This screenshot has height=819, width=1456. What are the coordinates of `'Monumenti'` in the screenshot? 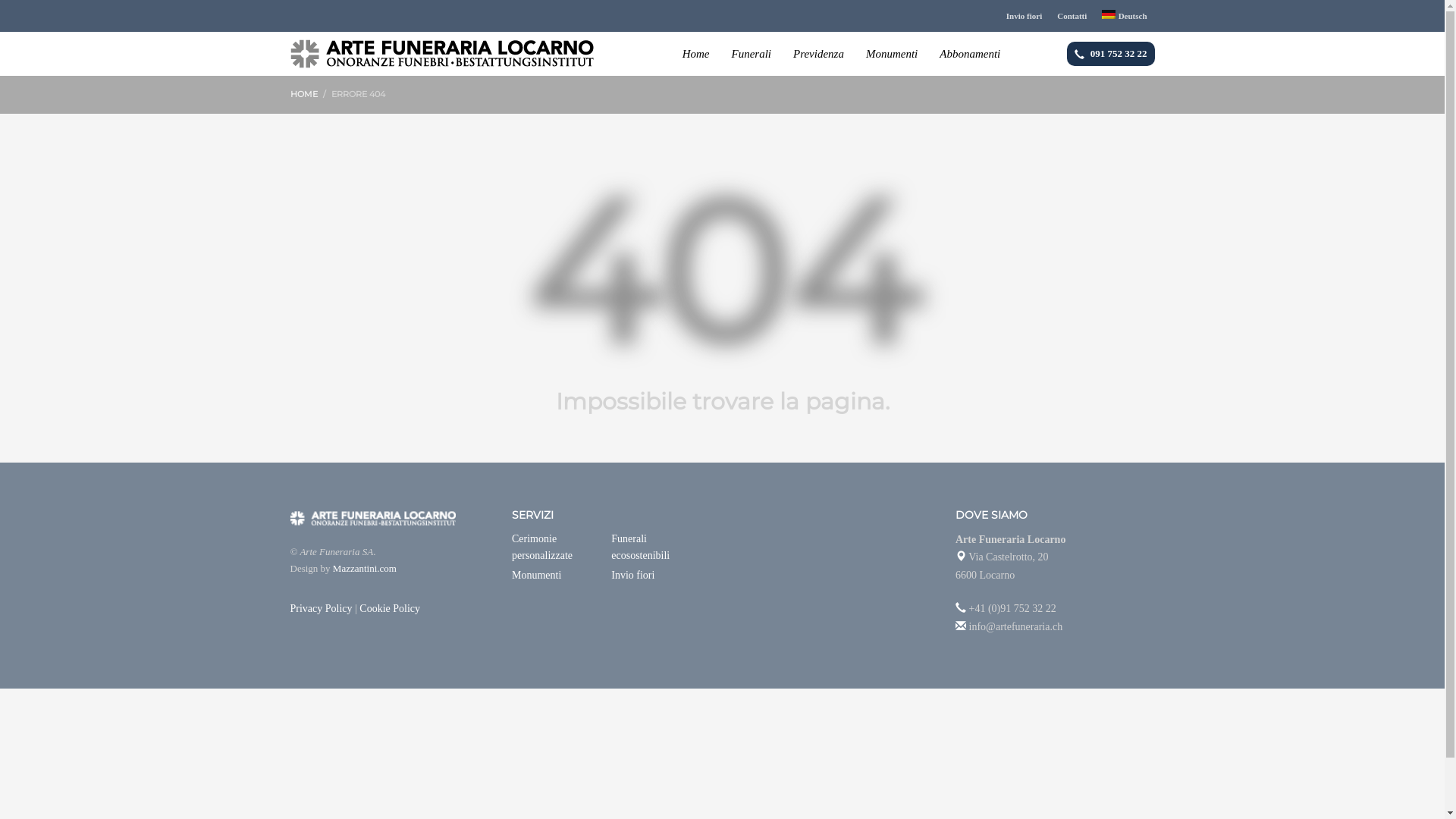 It's located at (560, 576).